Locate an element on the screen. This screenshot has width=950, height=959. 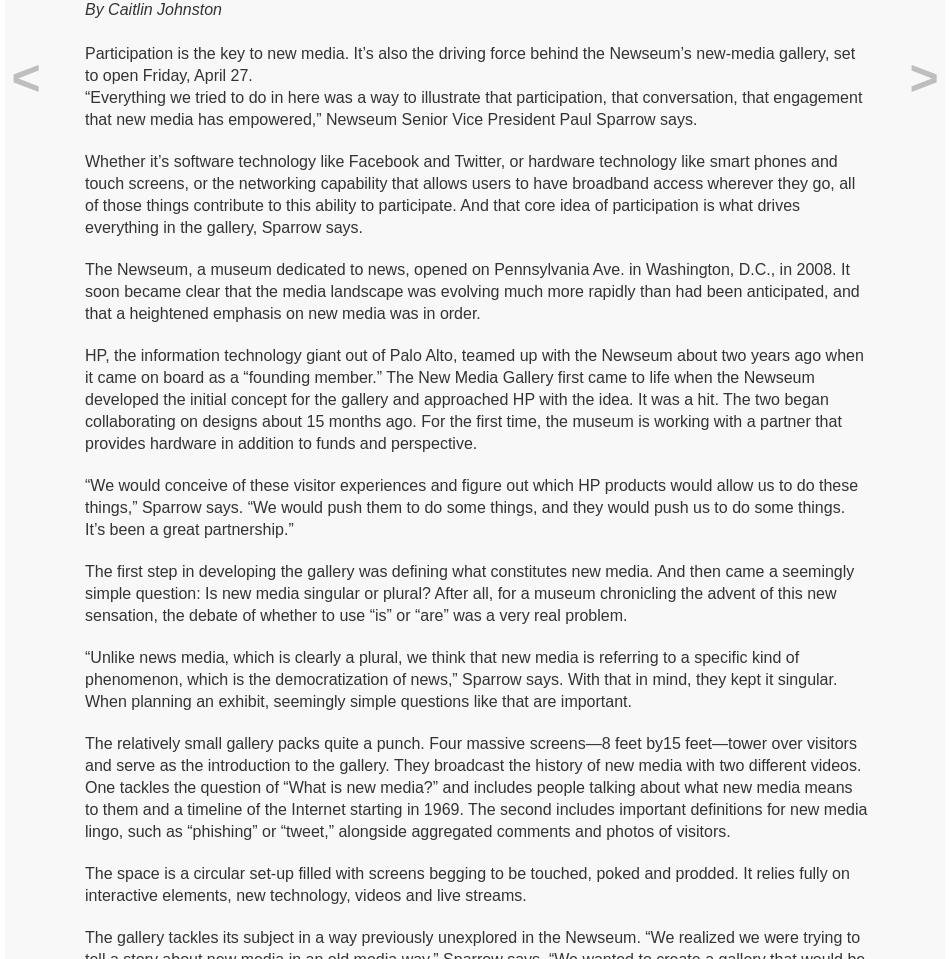
'The first step in developing the gallery was defining what constitutes new media. And then came a seemingly simple question: Is new media singular or plural? After all, for a museum chronicling the advent of this new sensation, the debate of whether to use “is” or “are” was a very real problem.' is located at coordinates (85, 591).